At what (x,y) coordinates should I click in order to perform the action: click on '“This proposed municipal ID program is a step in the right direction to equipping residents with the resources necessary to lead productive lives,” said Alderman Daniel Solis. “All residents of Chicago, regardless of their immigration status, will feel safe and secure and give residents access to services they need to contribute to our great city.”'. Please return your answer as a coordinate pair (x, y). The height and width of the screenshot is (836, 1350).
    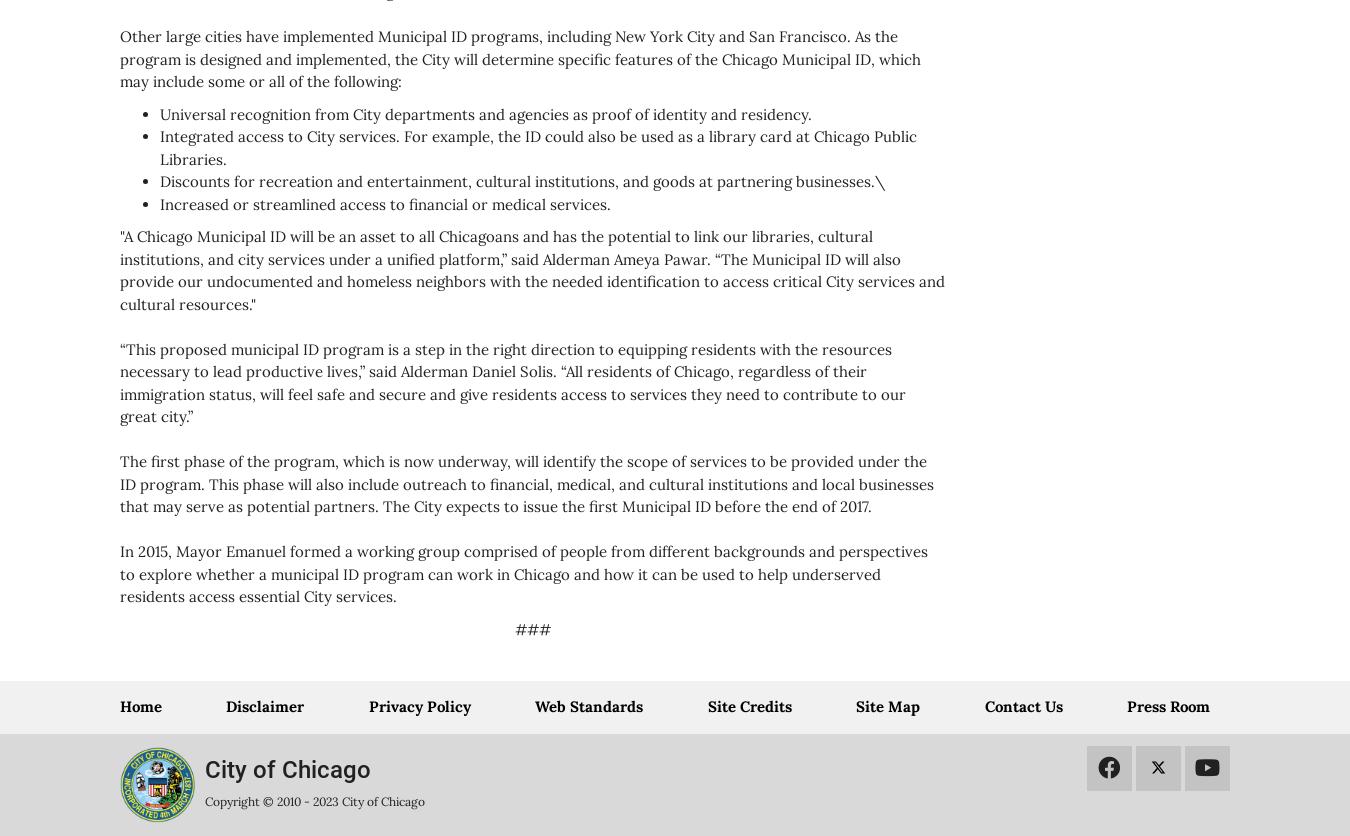
    Looking at the image, I should click on (512, 381).